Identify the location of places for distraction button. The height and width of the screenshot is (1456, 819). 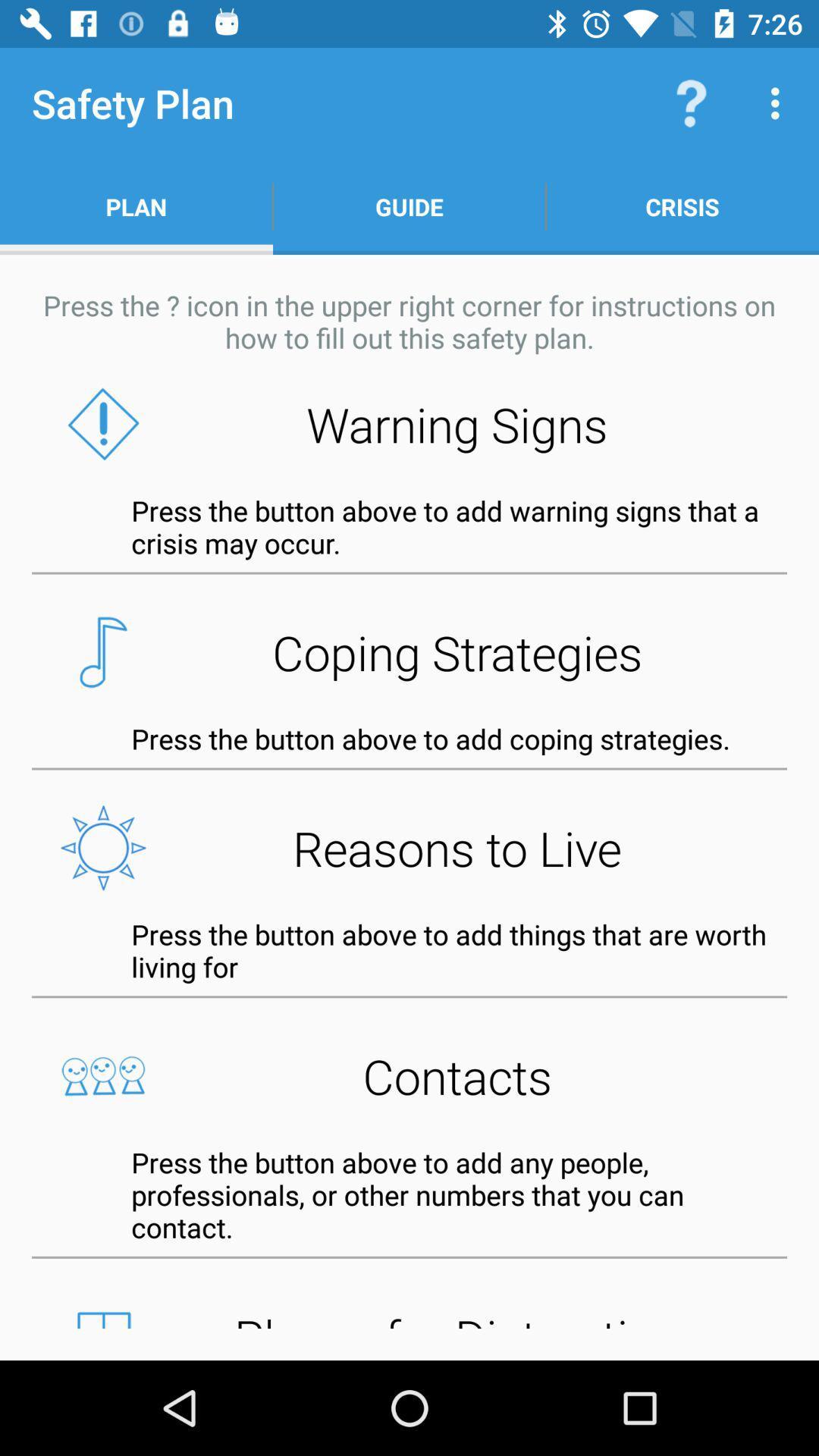
(409, 1313).